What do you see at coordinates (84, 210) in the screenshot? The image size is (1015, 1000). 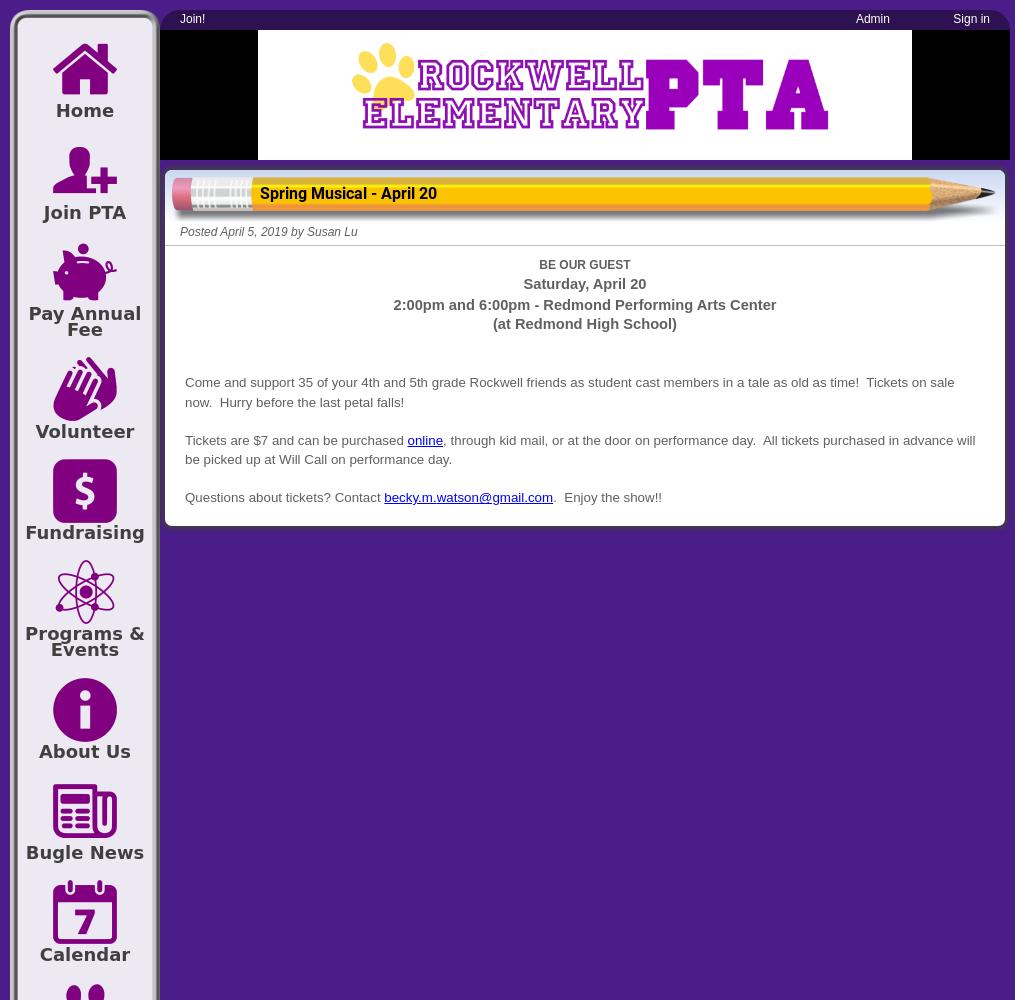 I see `'Join PTA'` at bounding box center [84, 210].